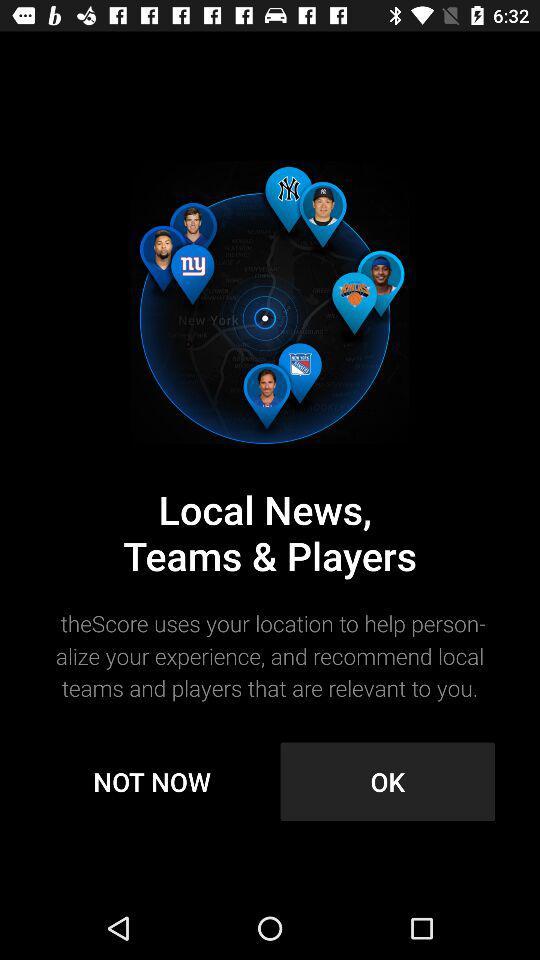  I want to click on the ok item, so click(387, 781).